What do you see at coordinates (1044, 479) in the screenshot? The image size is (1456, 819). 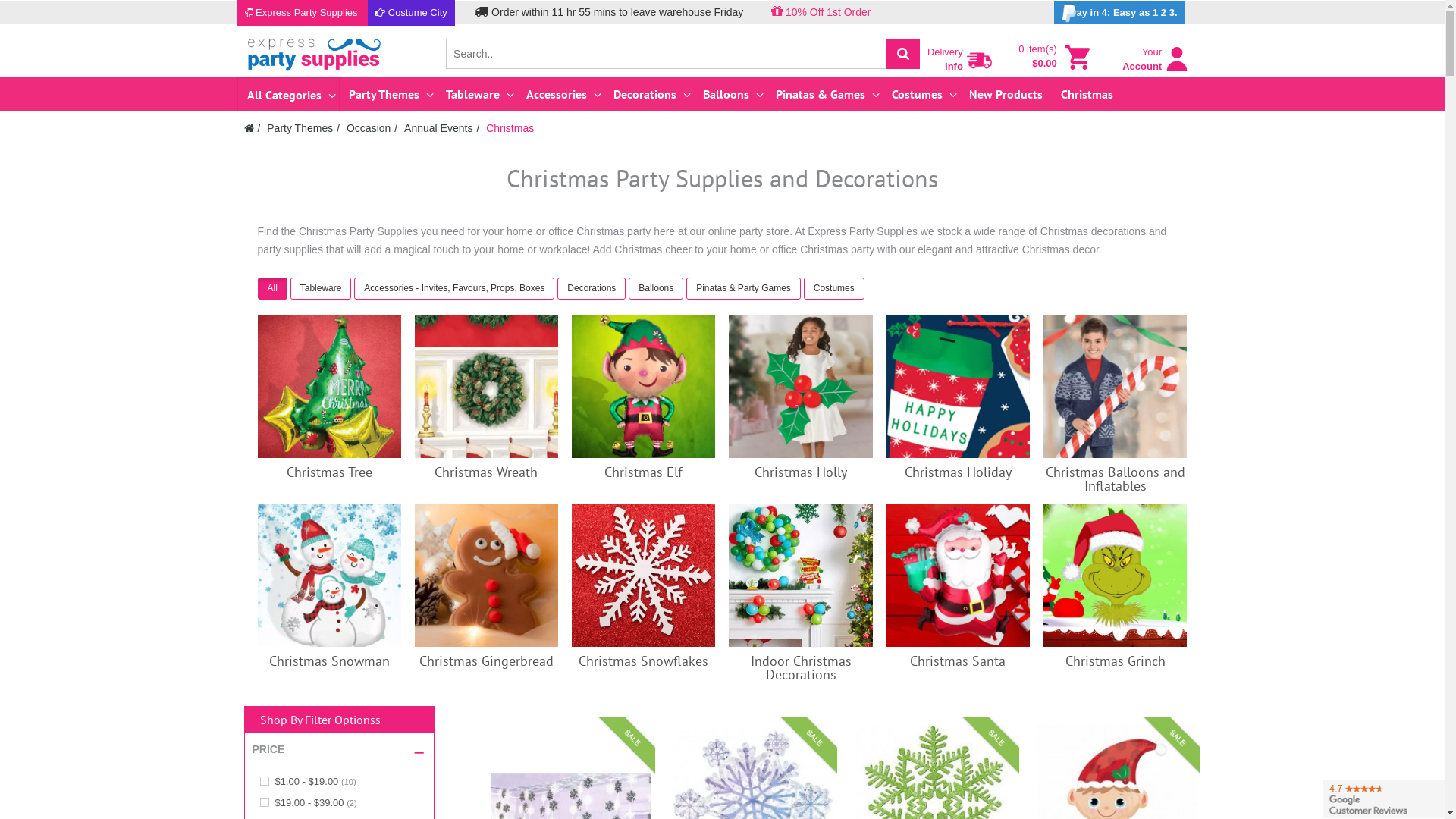 I see `'Christmas Balloons and Inflatables'` at bounding box center [1044, 479].